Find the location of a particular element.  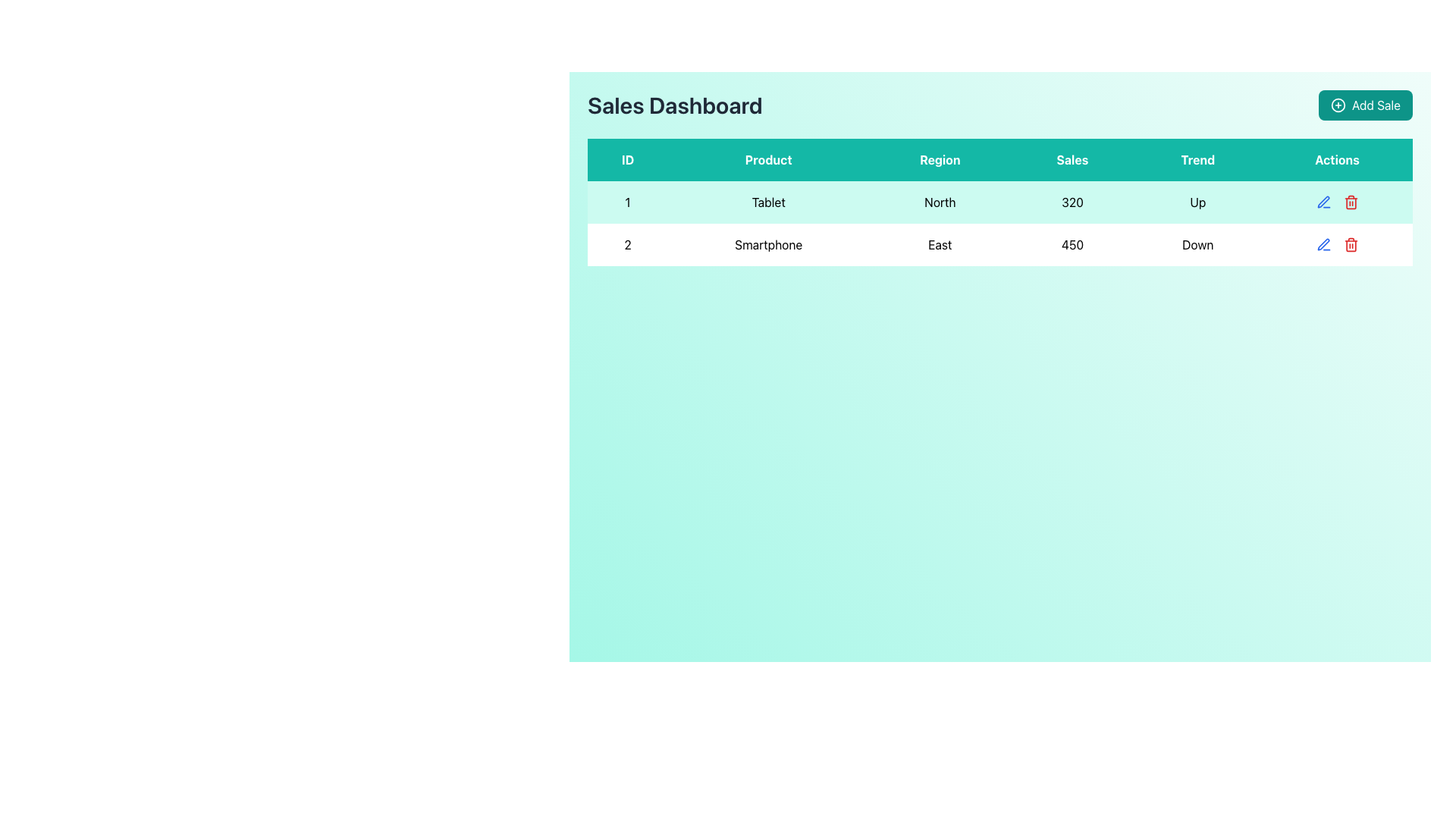

the first row of the table containing the entries '1', 'Tablet', 'North', '320', and 'Up' is located at coordinates (1000, 201).